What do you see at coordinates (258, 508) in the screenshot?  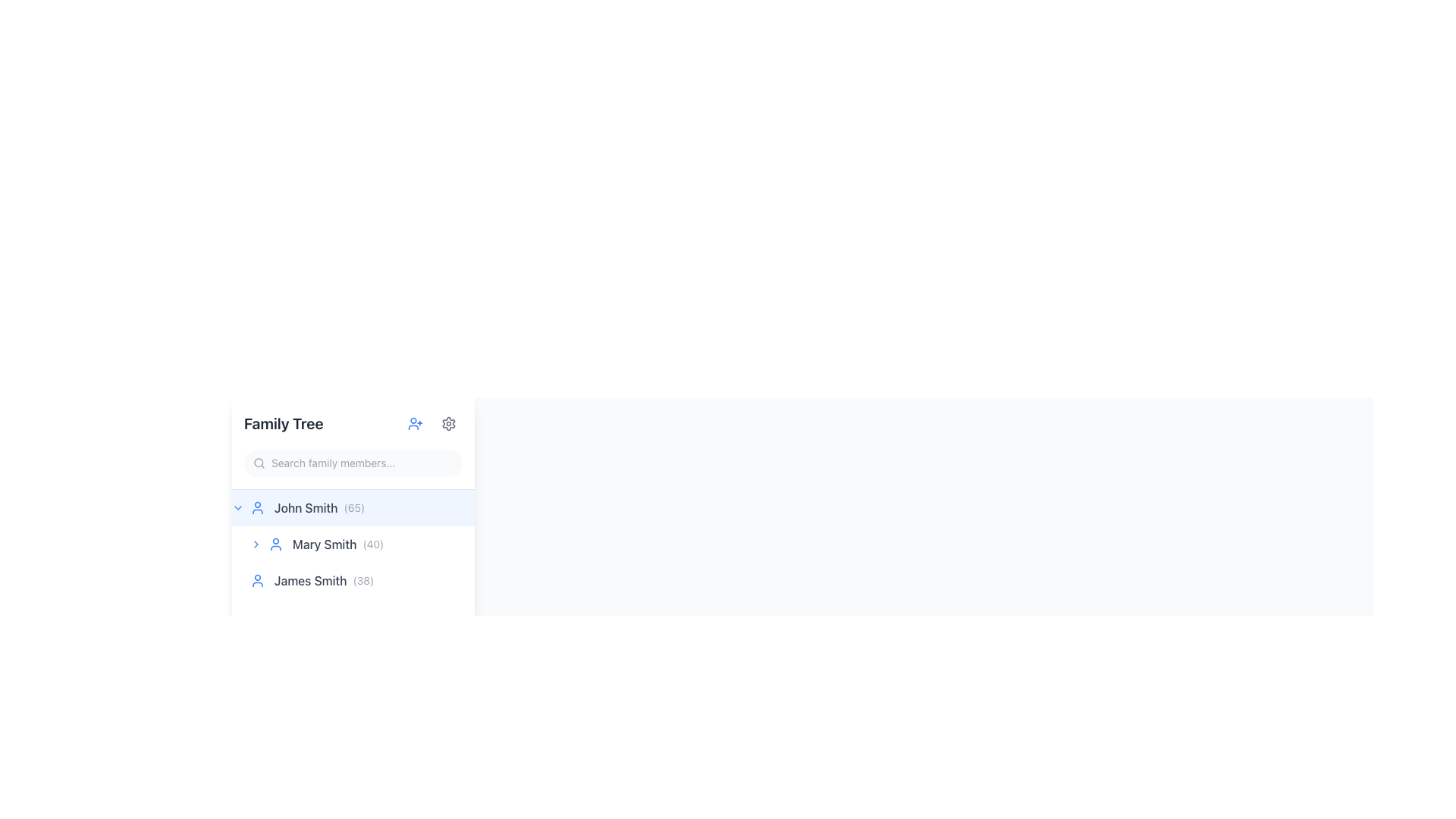 I see `the user profile icon representing 'John Smith' located to the left of the text 'John Smith (65)' in the first row of the 'Family Tree' section` at bounding box center [258, 508].